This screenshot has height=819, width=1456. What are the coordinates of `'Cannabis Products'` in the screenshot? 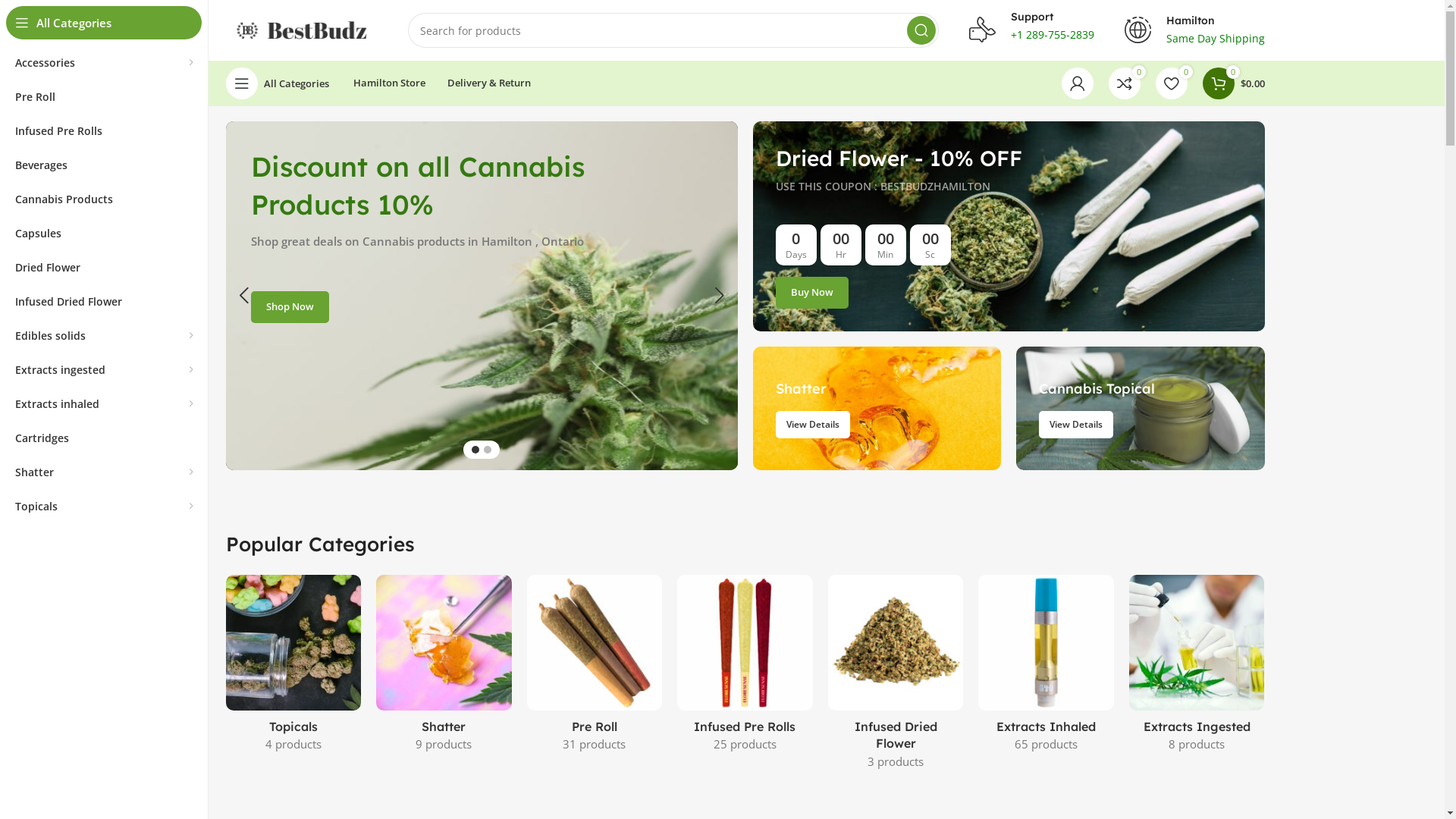 It's located at (103, 198).